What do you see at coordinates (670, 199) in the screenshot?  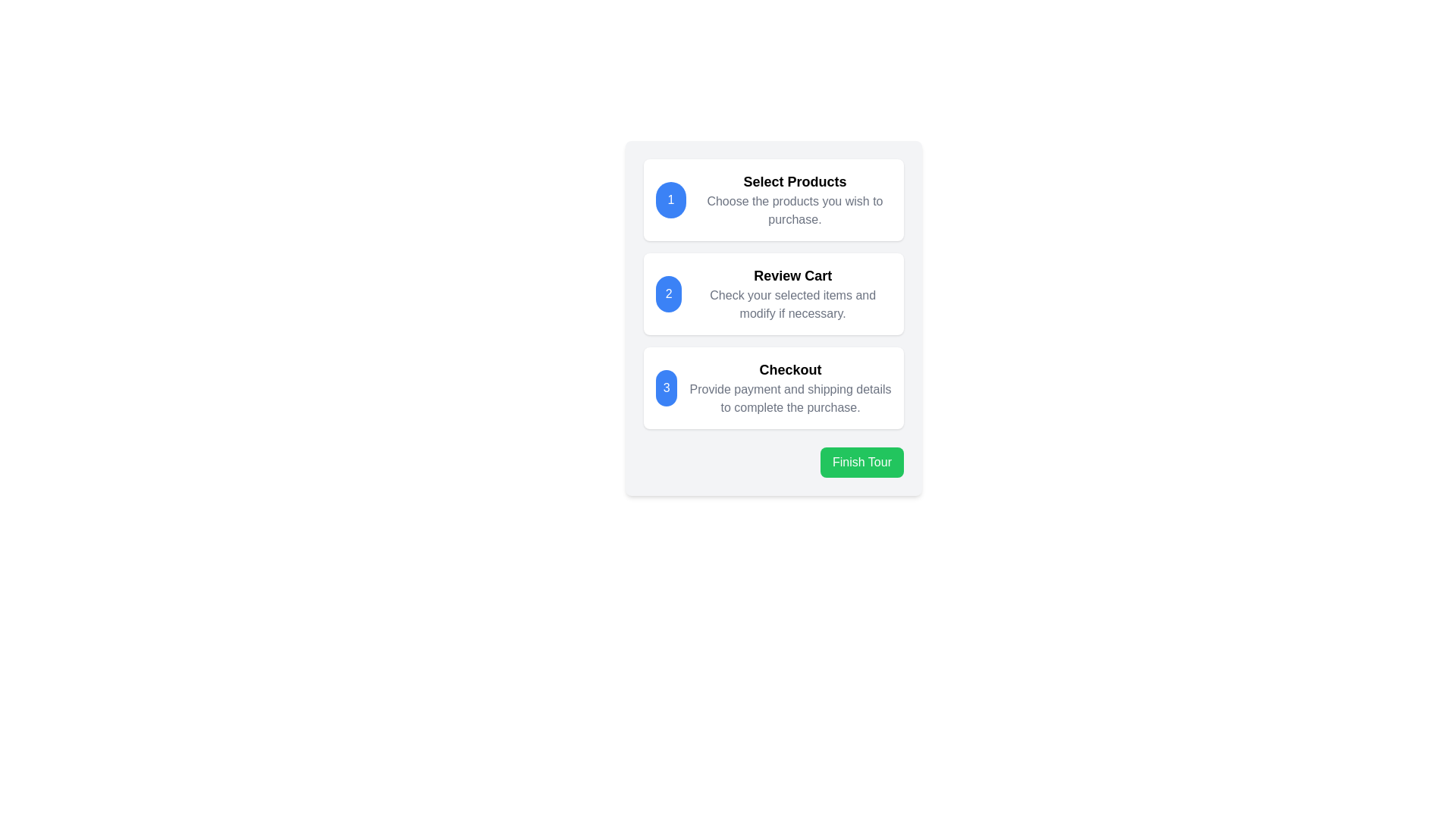 I see `the prominent circular blue button labeled '1'` at bounding box center [670, 199].